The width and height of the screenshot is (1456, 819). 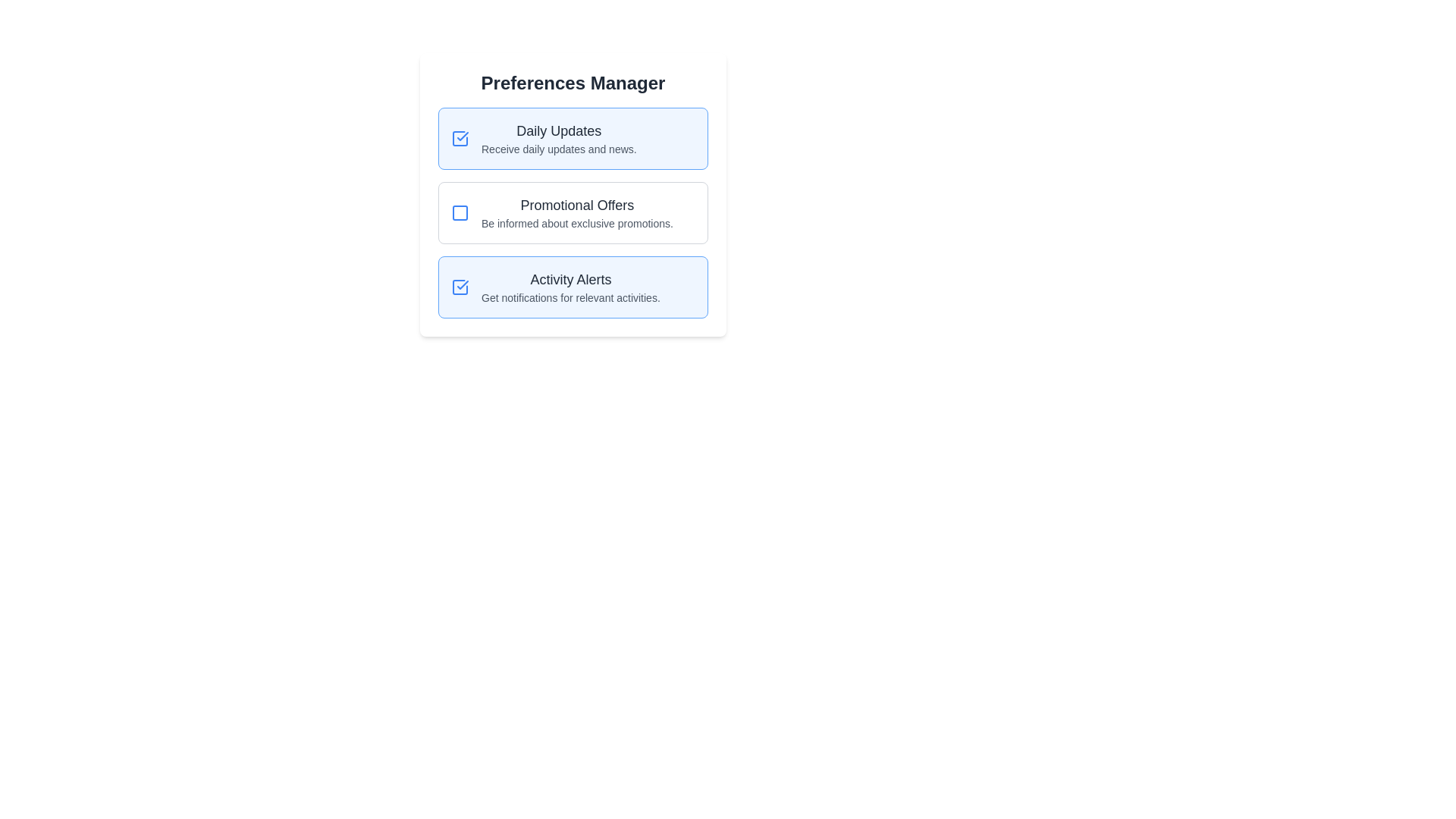 I want to click on the 'Promotional Offers' option within the 'Preferences Manager' section, so click(x=572, y=194).